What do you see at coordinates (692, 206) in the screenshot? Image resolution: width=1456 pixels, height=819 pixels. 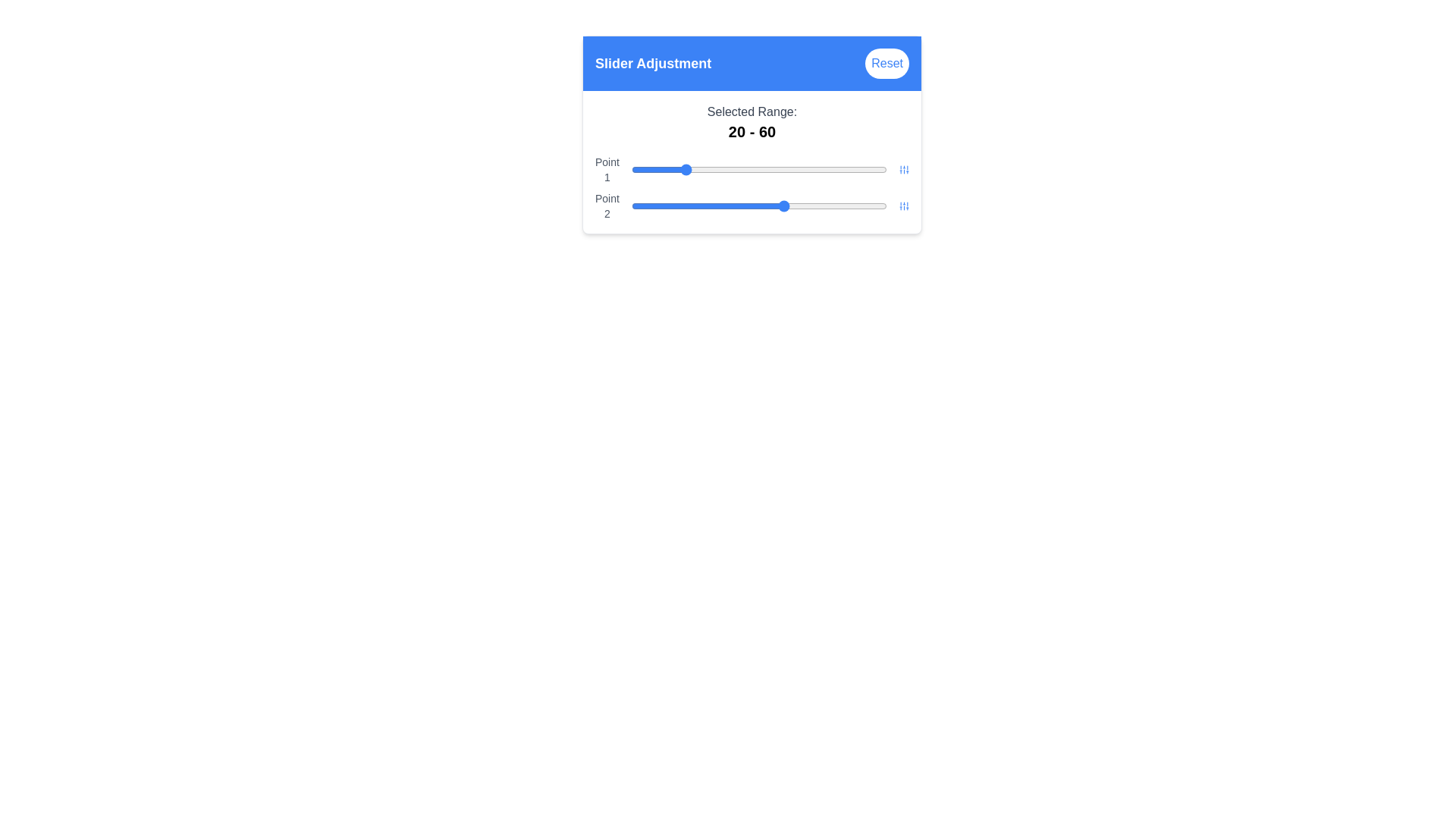 I see `the slider` at bounding box center [692, 206].